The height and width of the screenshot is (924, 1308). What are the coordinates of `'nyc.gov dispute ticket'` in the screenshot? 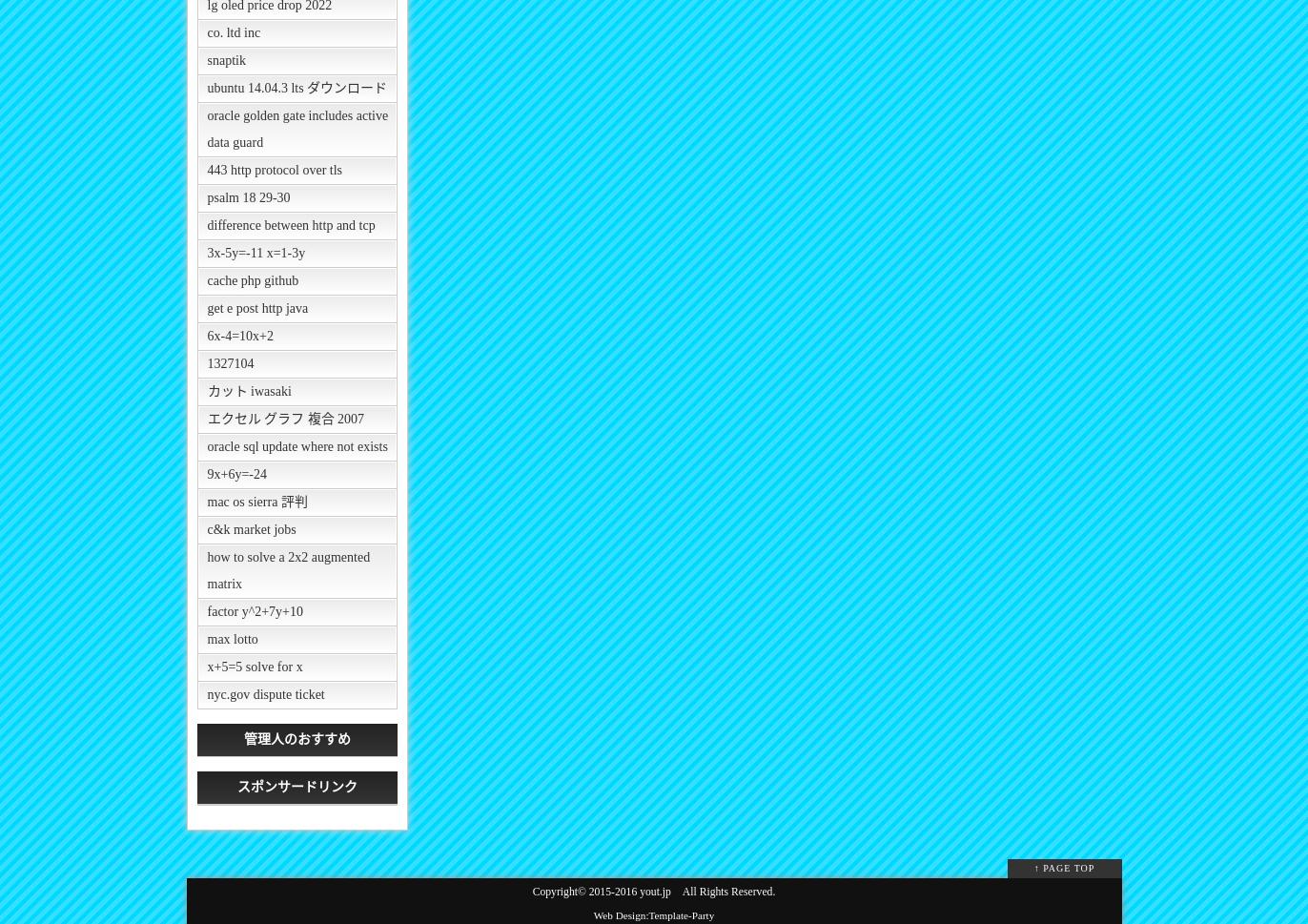 It's located at (265, 694).